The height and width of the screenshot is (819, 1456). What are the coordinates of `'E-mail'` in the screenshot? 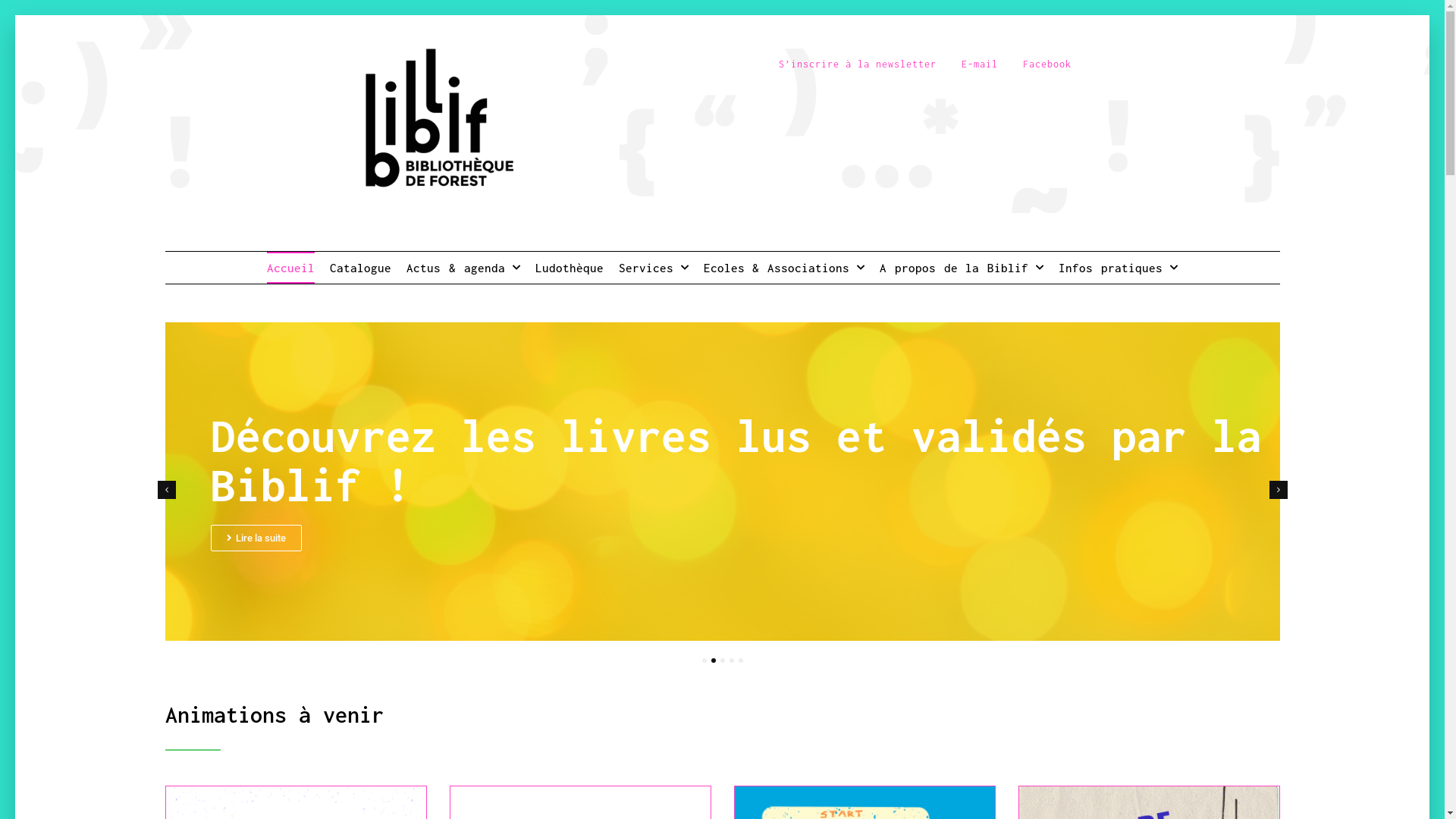 It's located at (979, 63).